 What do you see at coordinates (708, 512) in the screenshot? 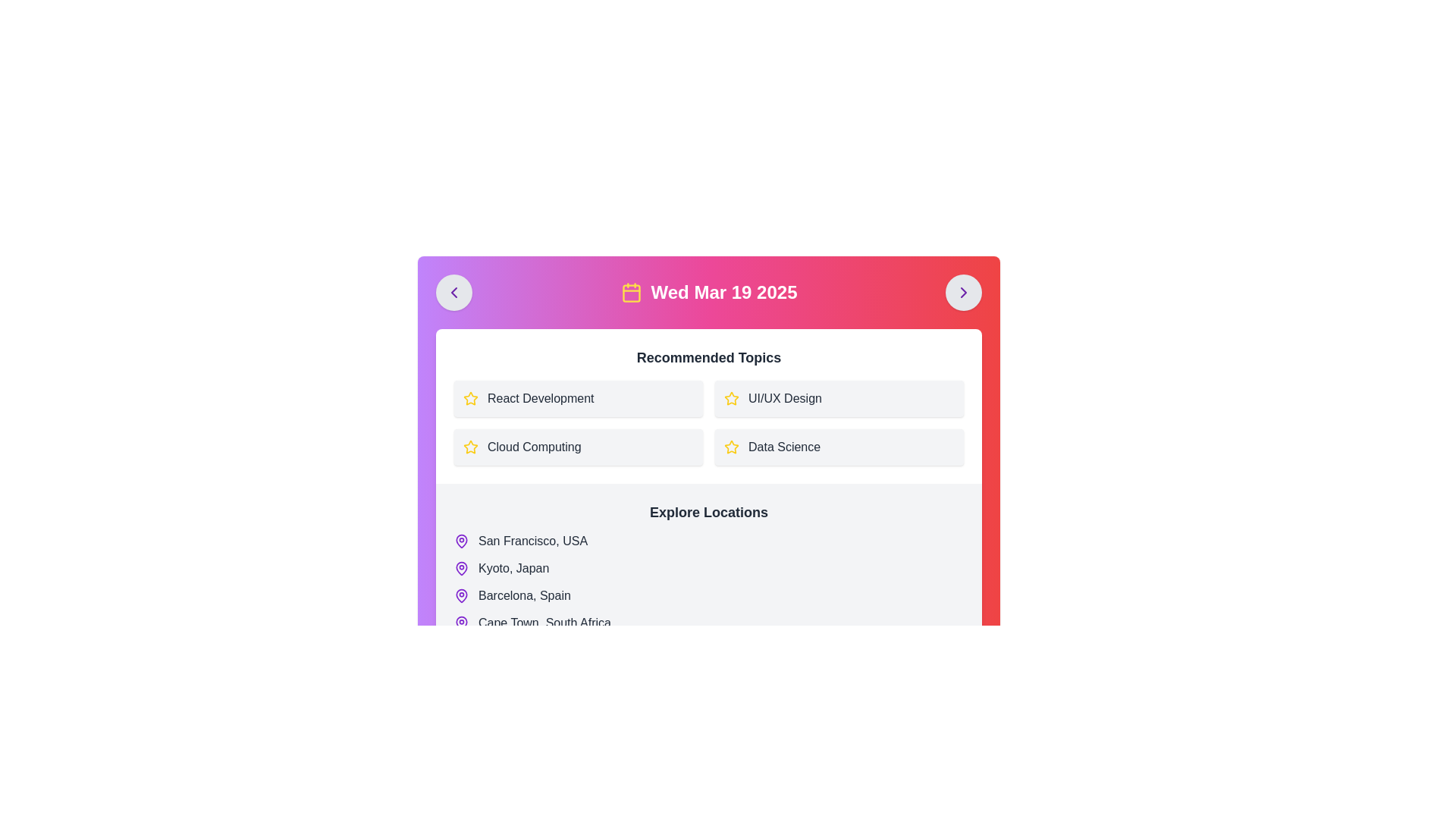
I see `the Text Label that serves as a title for the section about locations, indicating its purpose as an introduction to the content listed below` at bounding box center [708, 512].